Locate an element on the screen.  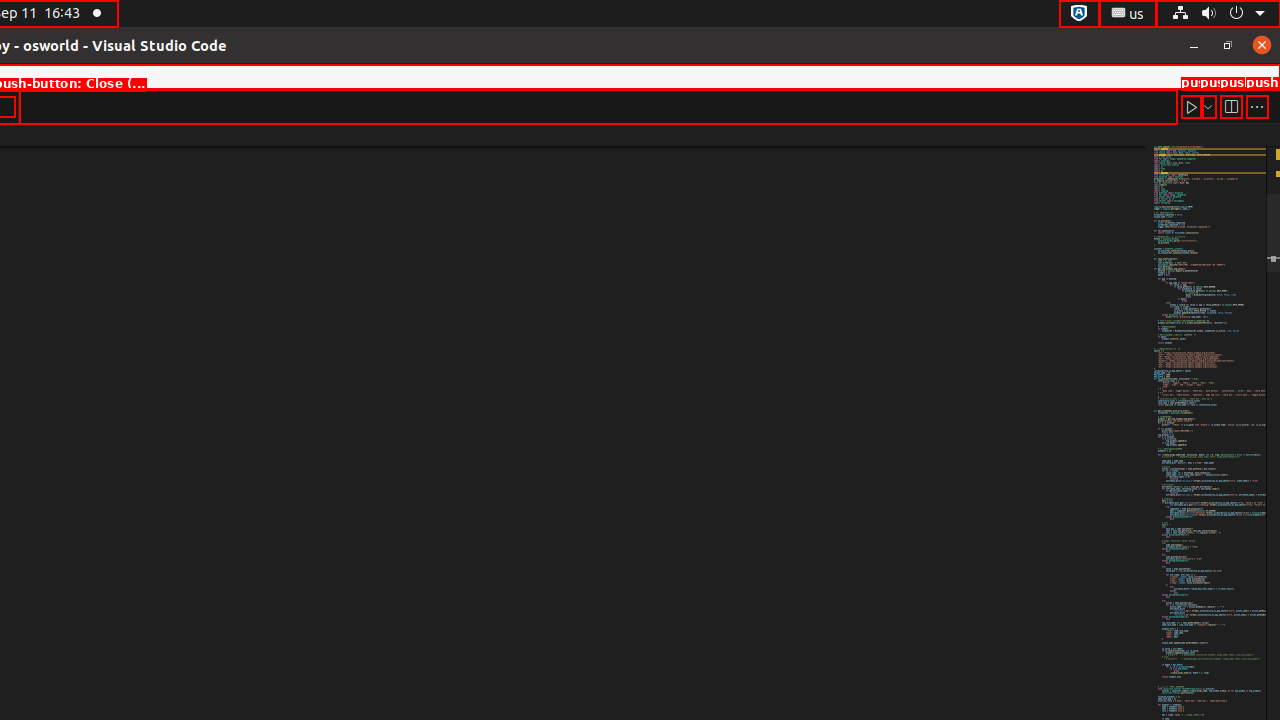
'Split Editor Right (Ctrl+\) [Alt] Split Editor Down' is located at coordinates (1229, 106).